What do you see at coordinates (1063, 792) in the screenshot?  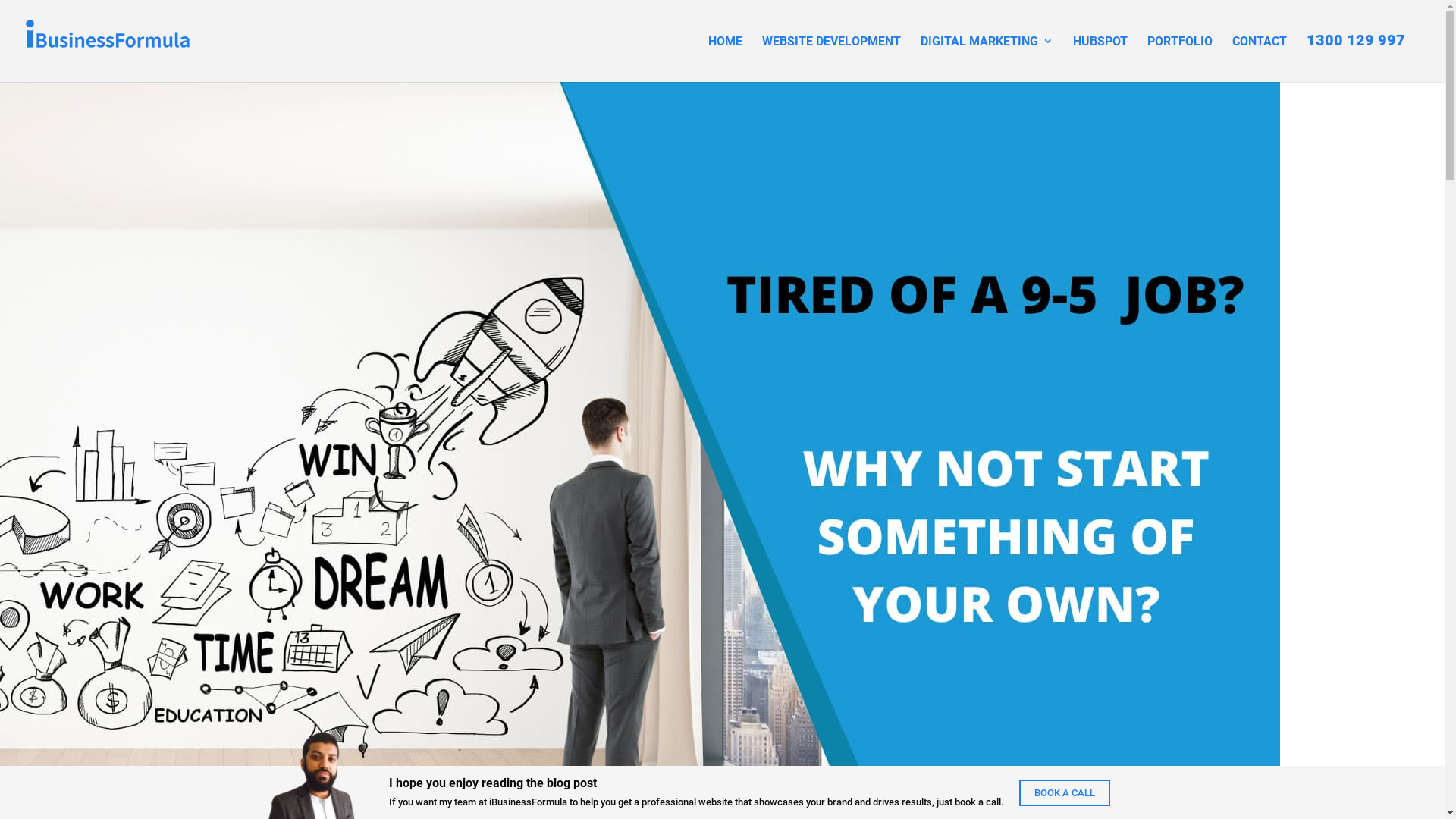 I see `'BOOK A CALL'` at bounding box center [1063, 792].